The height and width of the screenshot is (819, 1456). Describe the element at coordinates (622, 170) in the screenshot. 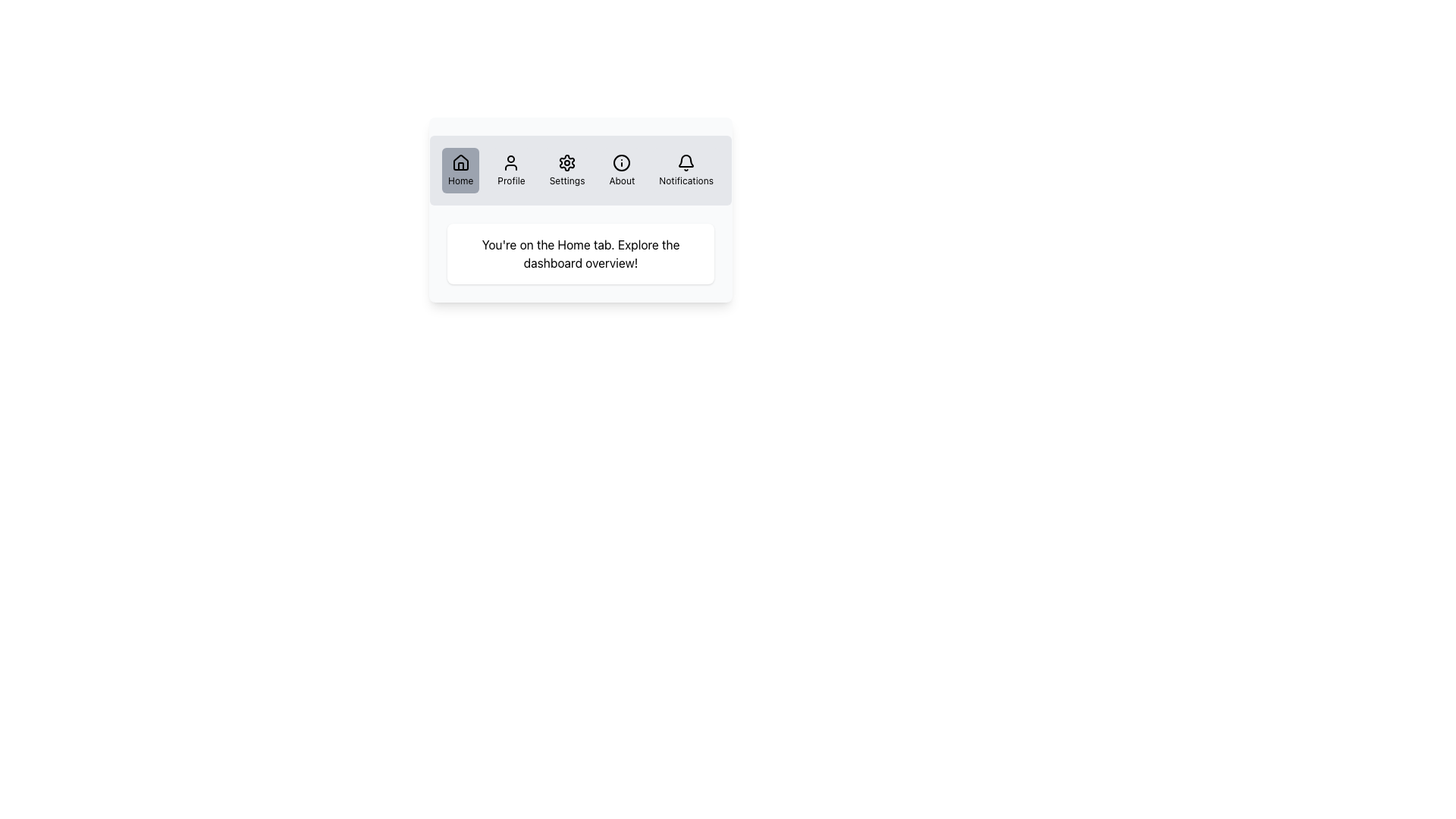

I see `the fourth button in a group of five buttons, positioned between the 'Settings' button and the 'Notifications' button` at that location.